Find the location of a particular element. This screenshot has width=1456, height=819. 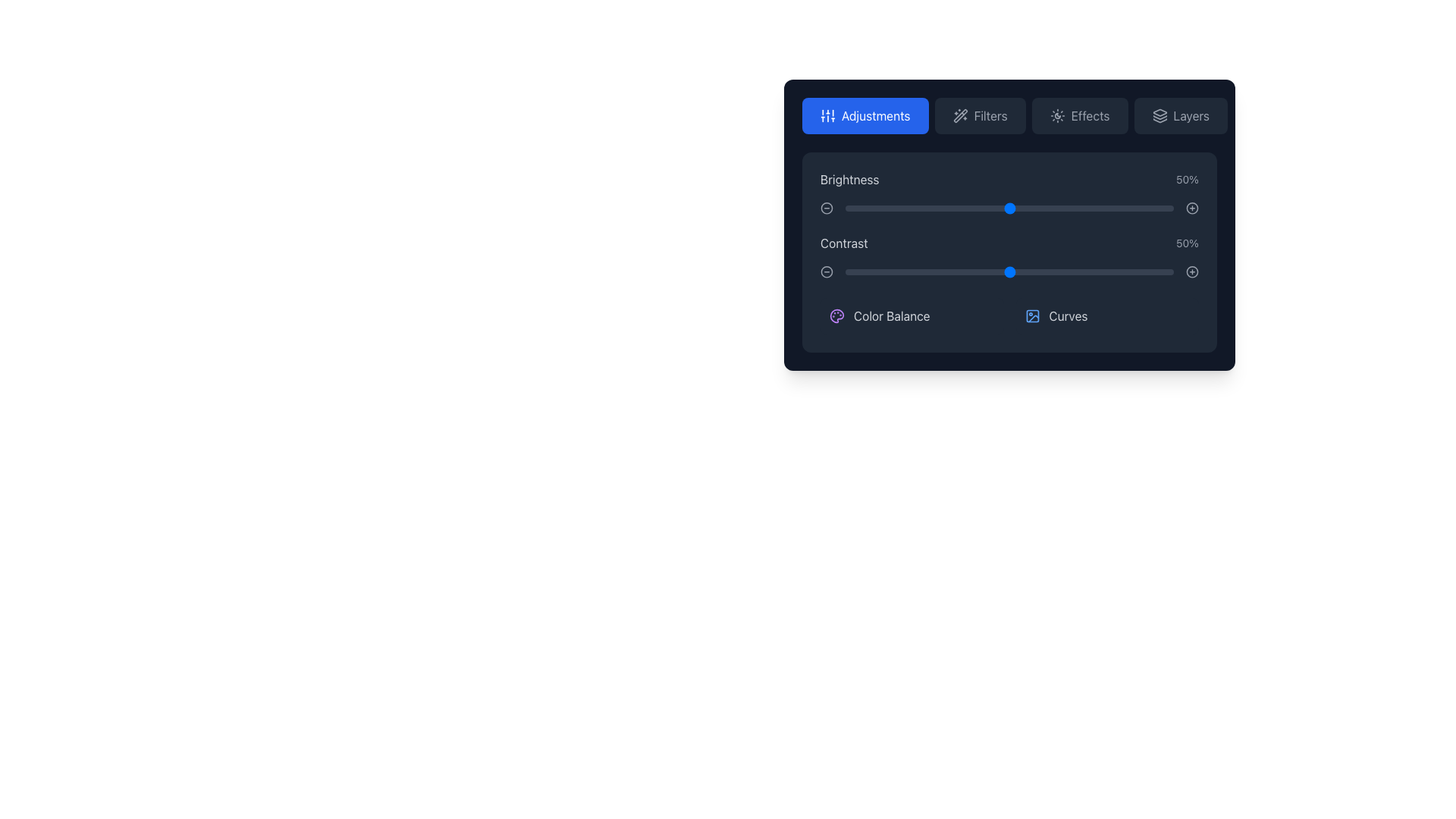

the value displayed in the text label showing '50%' located to the right of the 'Contrast' slider is located at coordinates (1186, 242).